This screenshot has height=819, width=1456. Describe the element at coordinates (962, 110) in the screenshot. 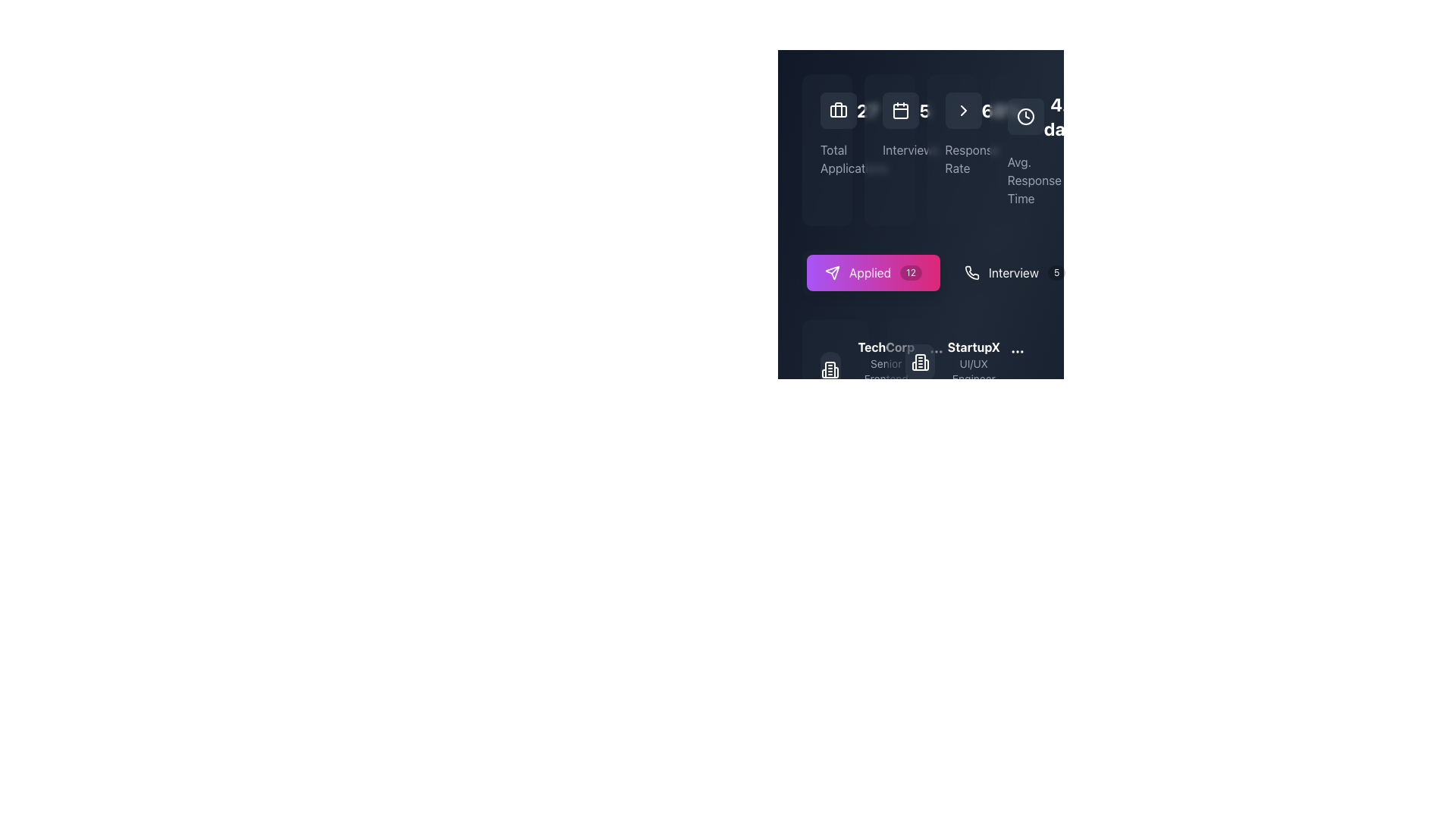

I see `the presence of the right arrow icon indicating forward navigation in the statistics group, specifically the third item labeled 'Response Rate'` at that location.